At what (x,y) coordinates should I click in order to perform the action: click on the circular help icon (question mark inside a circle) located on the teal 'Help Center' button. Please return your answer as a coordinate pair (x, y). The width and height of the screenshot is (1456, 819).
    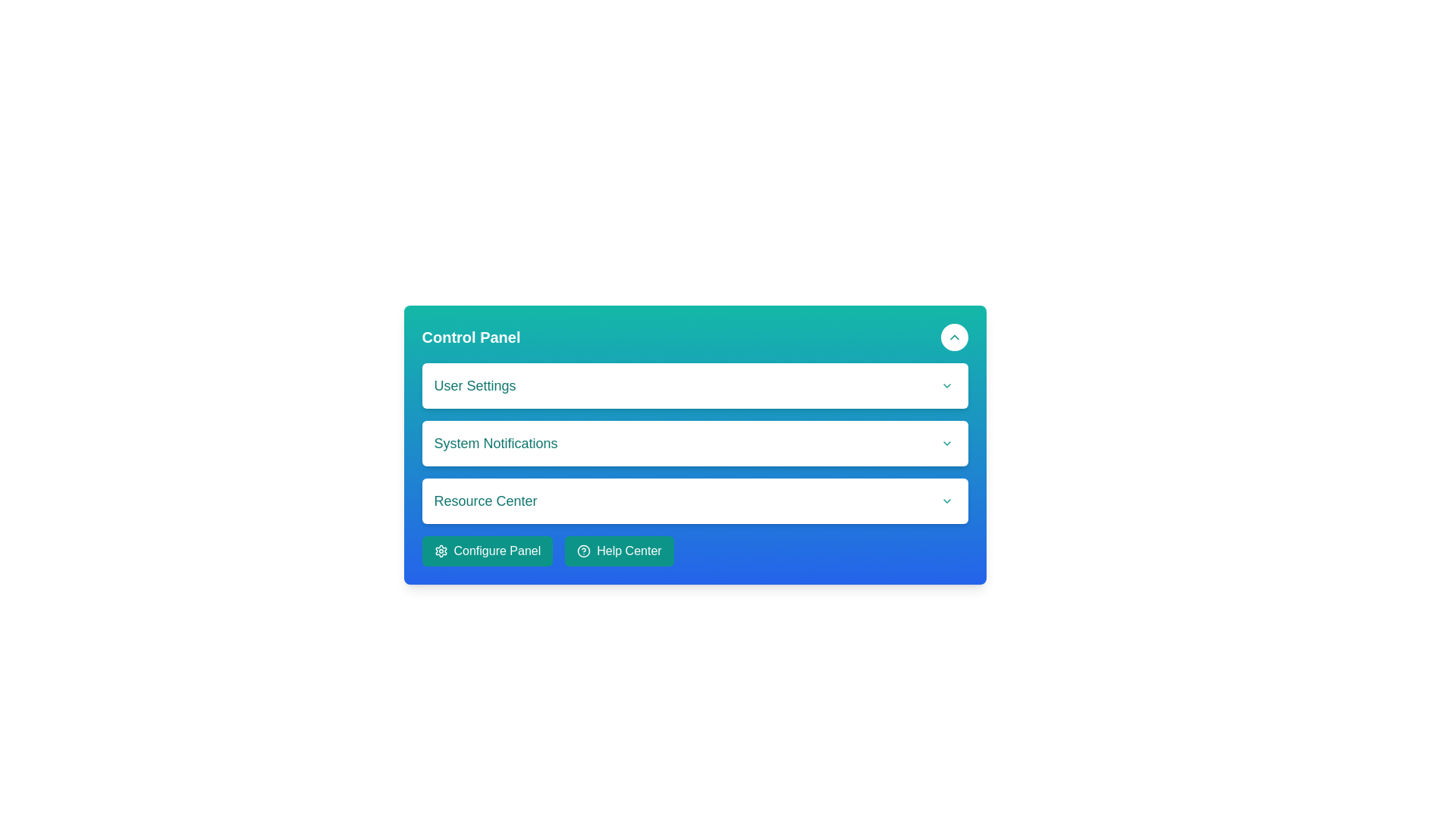
    Looking at the image, I should click on (583, 551).